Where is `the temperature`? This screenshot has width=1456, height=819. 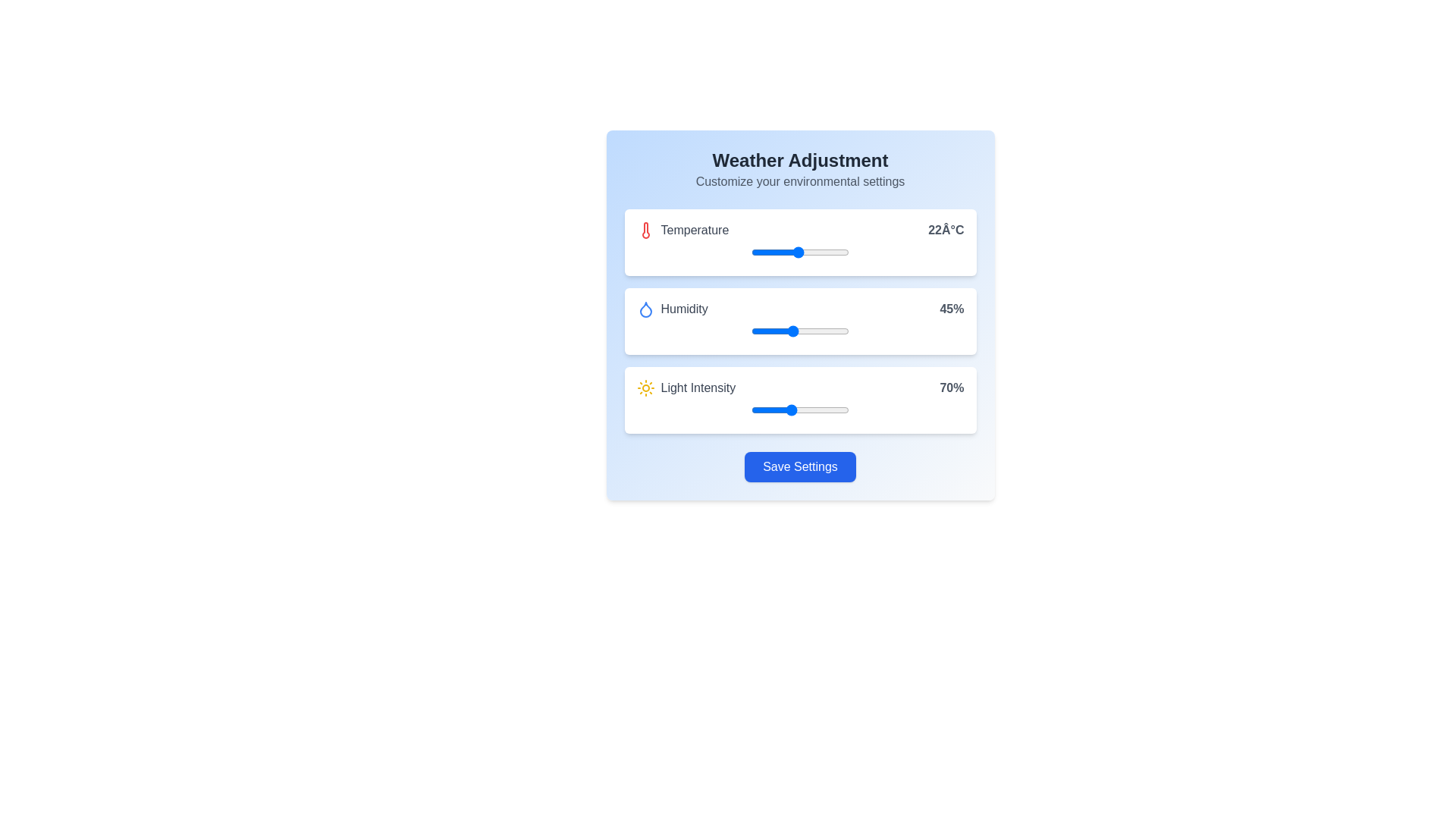
the temperature is located at coordinates (783, 251).